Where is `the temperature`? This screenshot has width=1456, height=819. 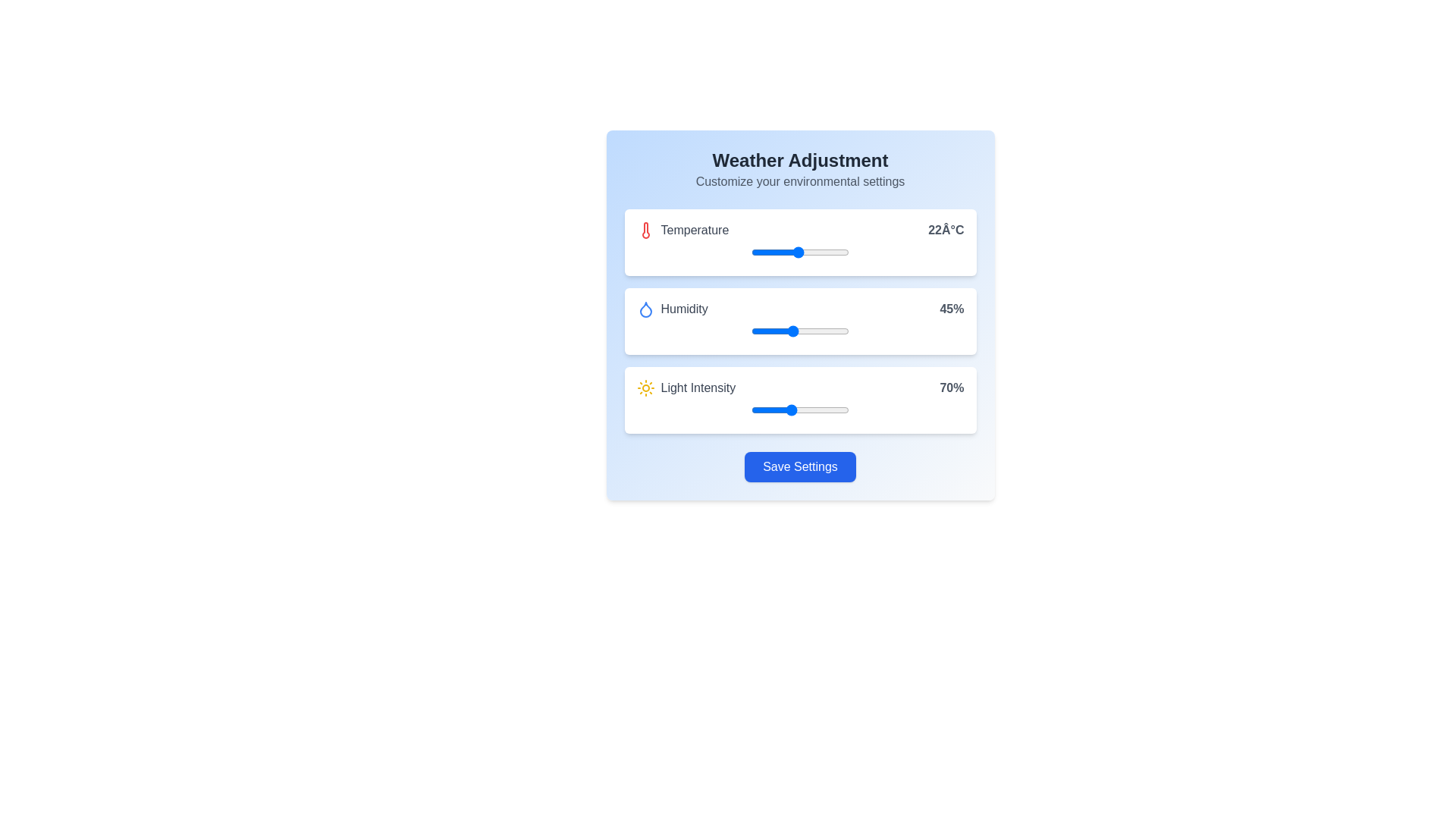
the temperature is located at coordinates (783, 251).